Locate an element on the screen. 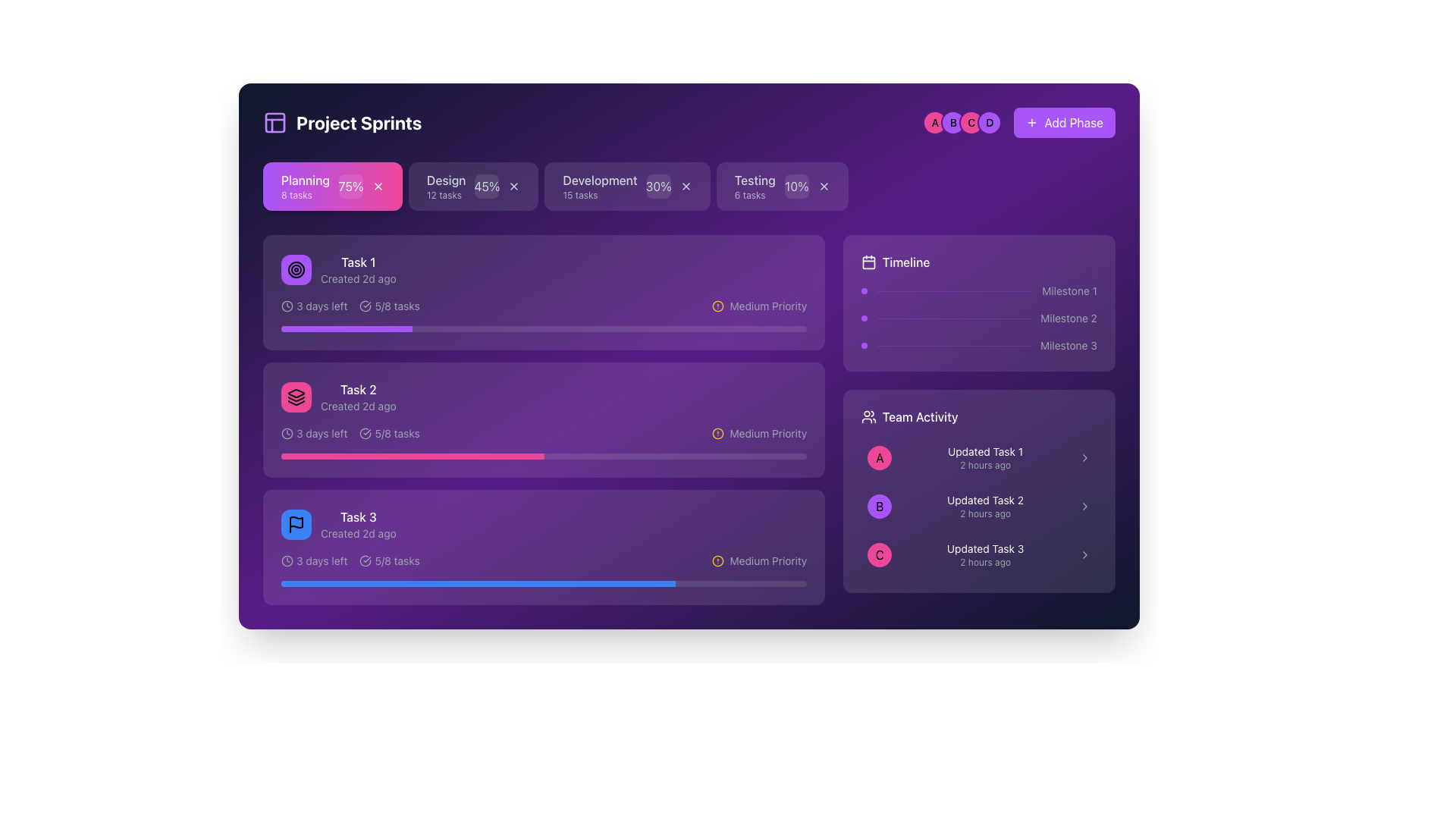  the text label displaying 'Created 2d ago', which is located beneath the title 'Task 1' and aligned to the left is located at coordinates (357, 278).